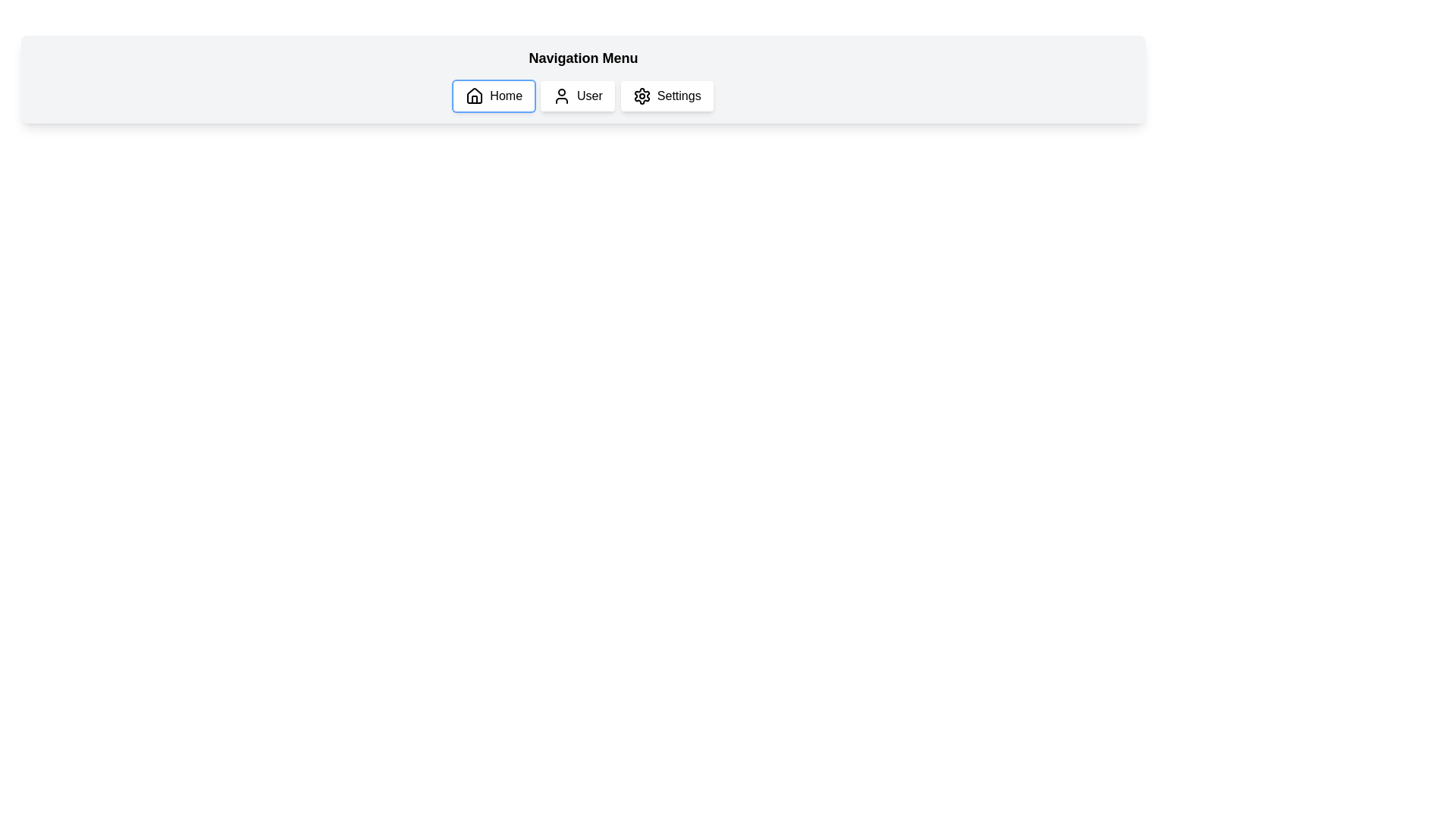 This screenshot has height=819, width=1456. Describe the element at coordinates (561, 96) in the screenshot. I see `the user icon in the navigation menu` at that location.